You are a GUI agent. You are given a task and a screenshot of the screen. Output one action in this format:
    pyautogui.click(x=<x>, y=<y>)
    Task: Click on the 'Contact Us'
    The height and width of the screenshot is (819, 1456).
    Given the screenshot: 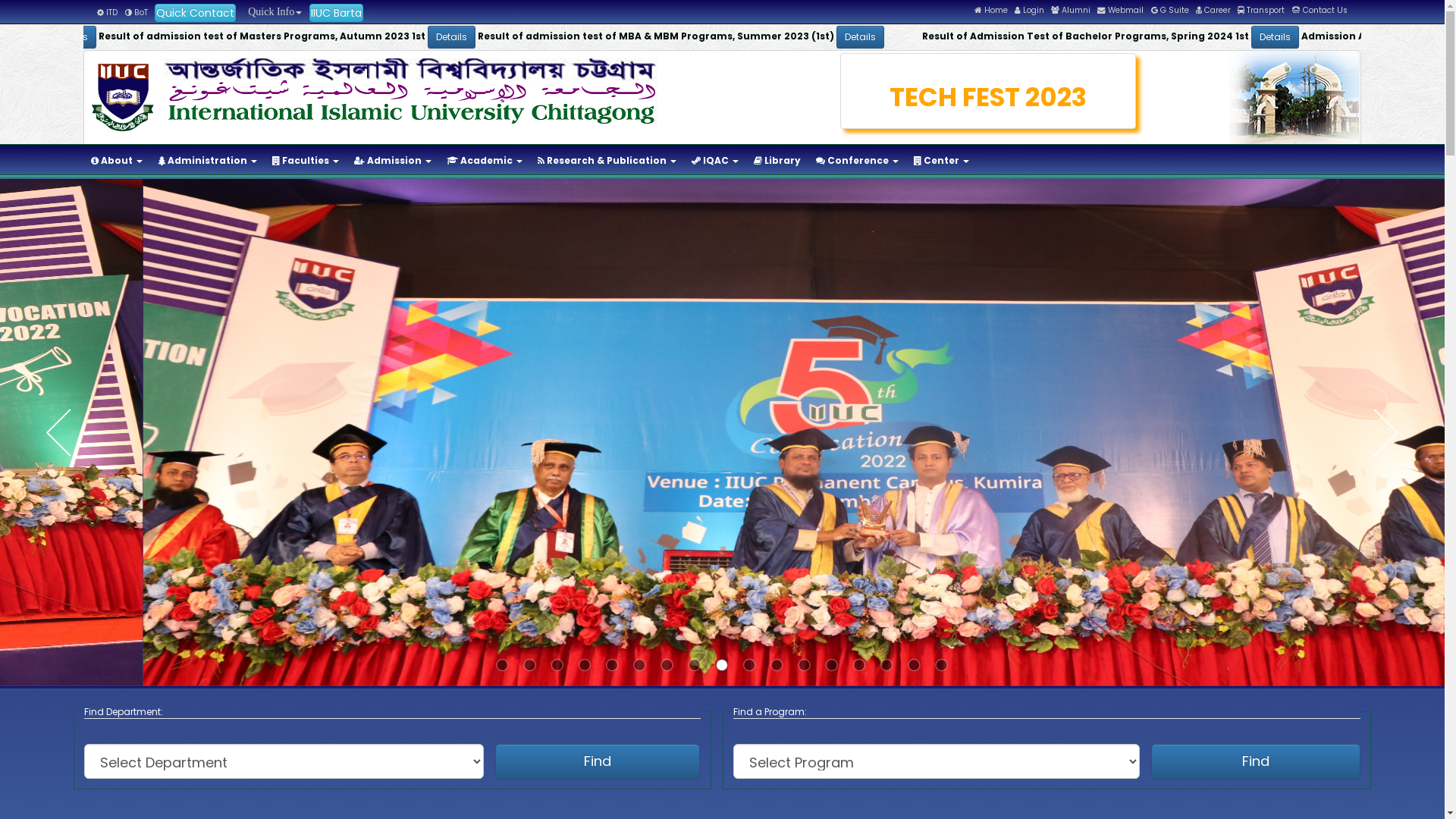 What is the action you would take?
    pyautogui.click(x=1319, y=10)
    